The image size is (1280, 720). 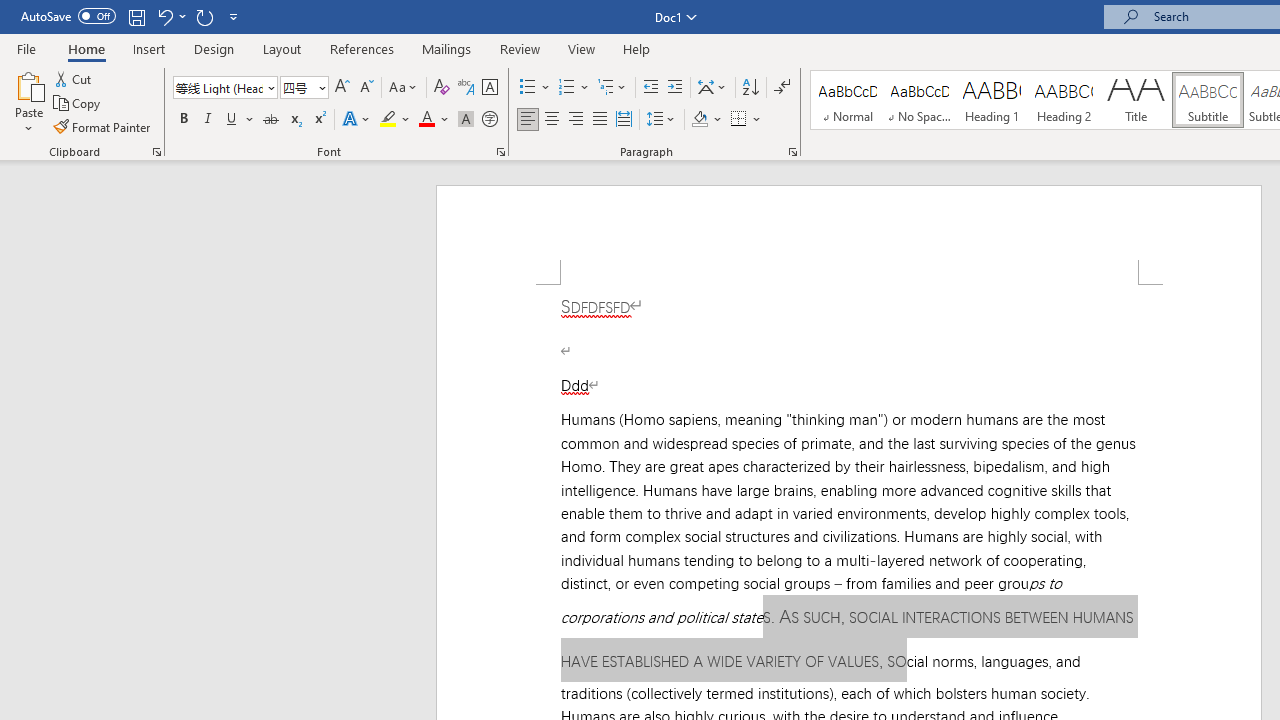 What do you see at coordinates (535, 86) in the screenshot?
I see `'Bullets'` at bounding box center [535, 86].